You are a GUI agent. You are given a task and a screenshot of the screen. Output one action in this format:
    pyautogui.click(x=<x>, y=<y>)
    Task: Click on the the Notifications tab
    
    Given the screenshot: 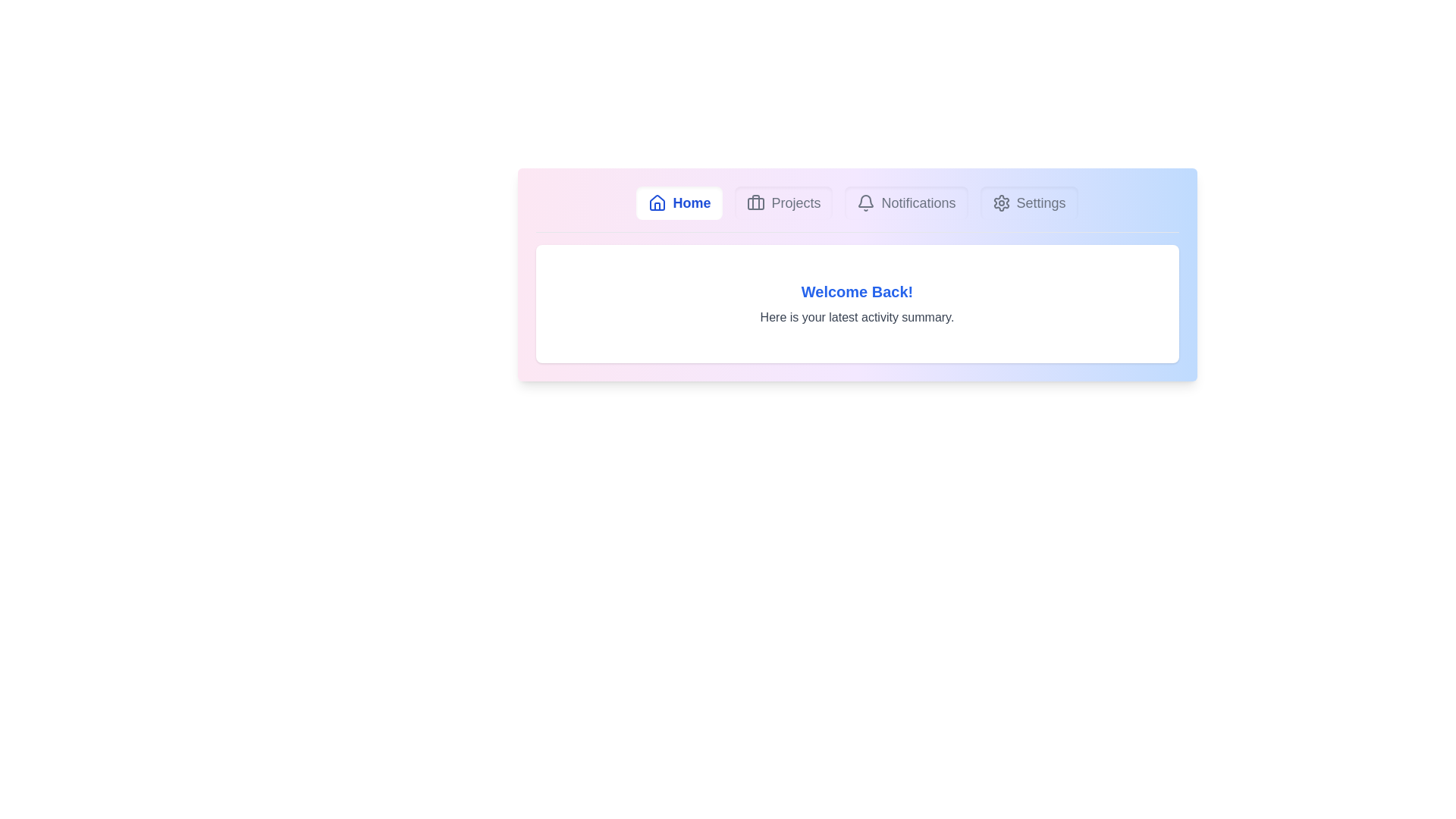 What is the action you would take?
    pyautogui.click(x=906, y=202)
    